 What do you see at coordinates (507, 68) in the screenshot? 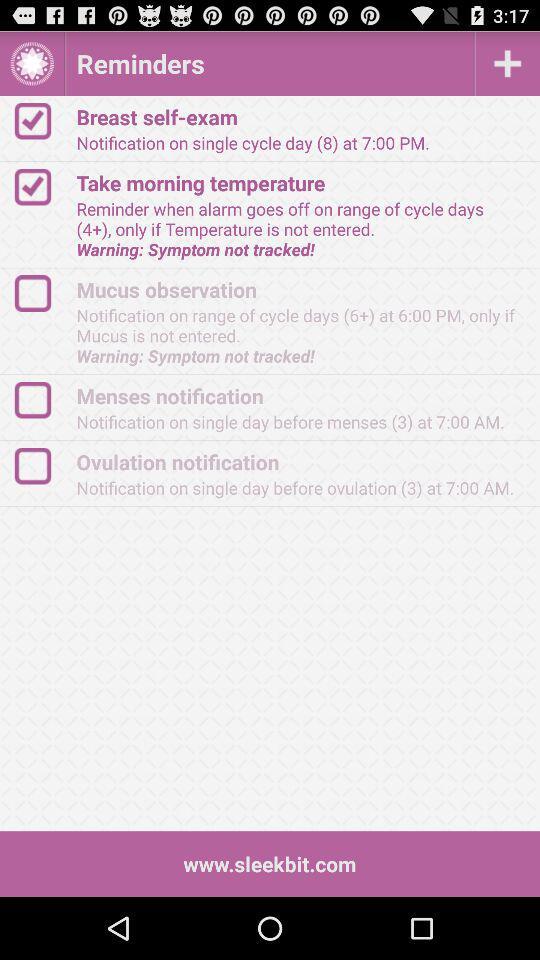
I see `the add icon` at bounding box center [507, 68].